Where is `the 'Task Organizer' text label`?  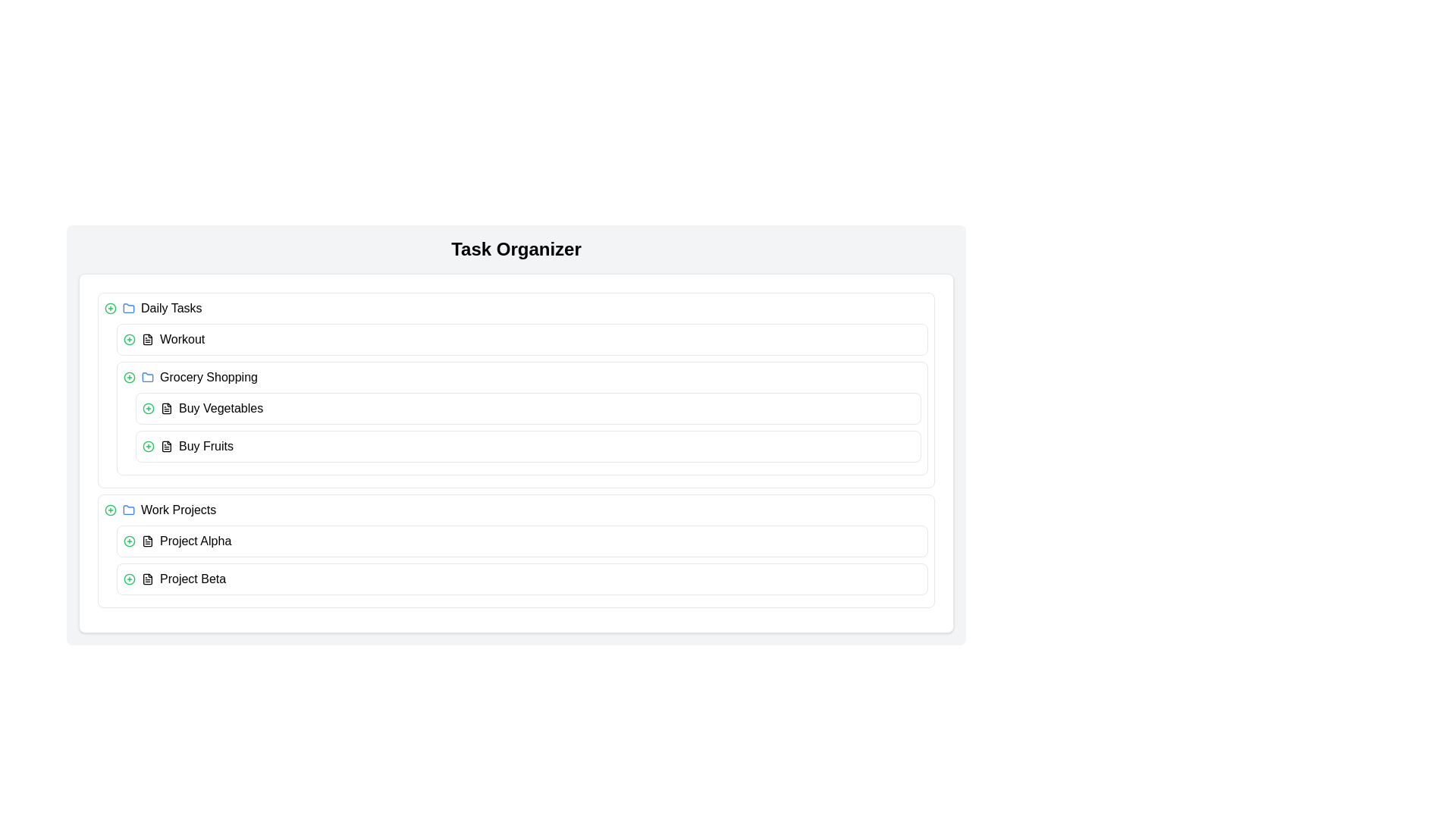 the 'Task Organizer' text label is located at coordinates (171, 308).